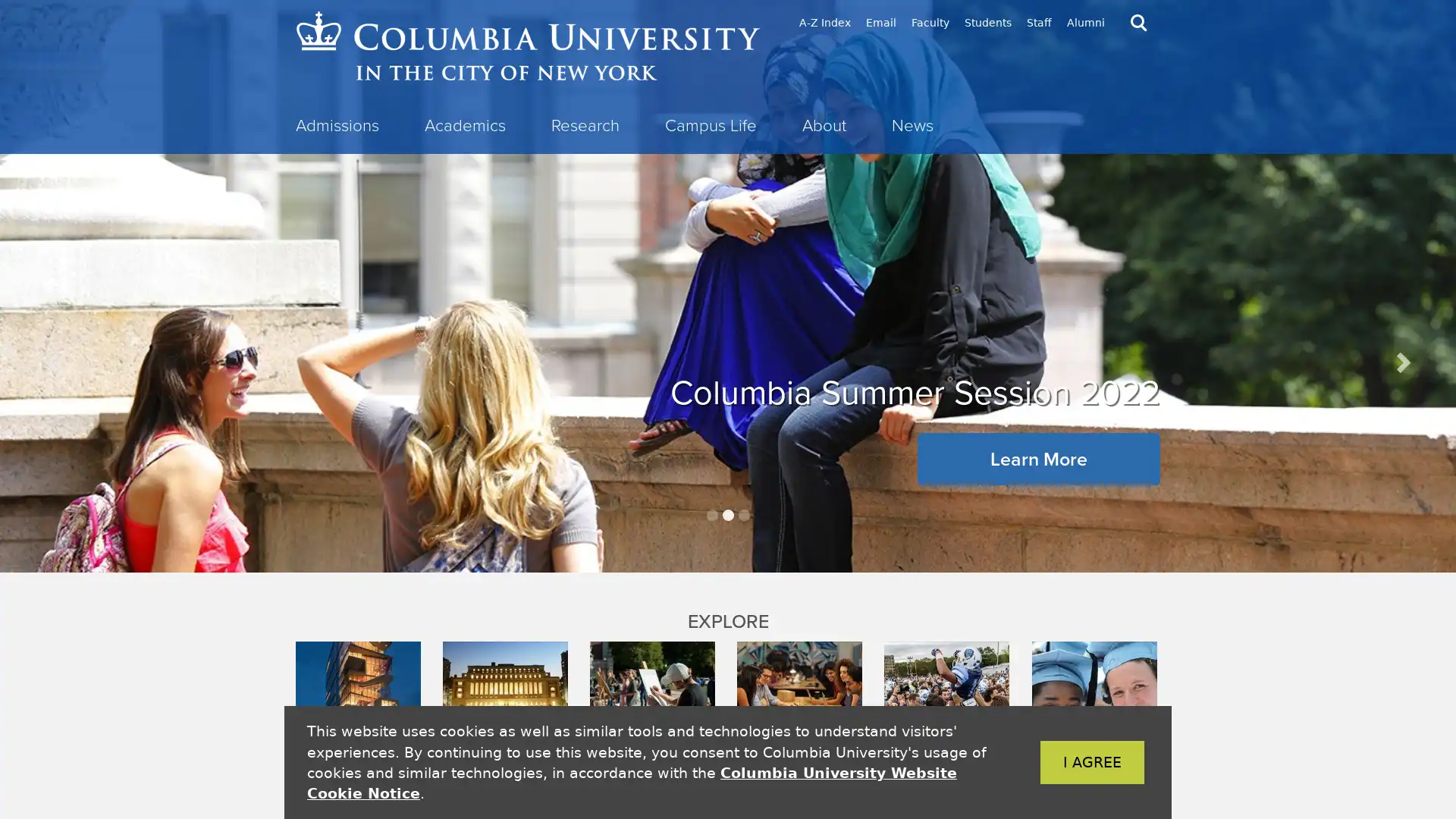 This screenshot has height=819, width=1456. Describe the element at coordinates (1068, 762) in the screenshot. I see `Close Cookie Notice I AGREE` at that location.